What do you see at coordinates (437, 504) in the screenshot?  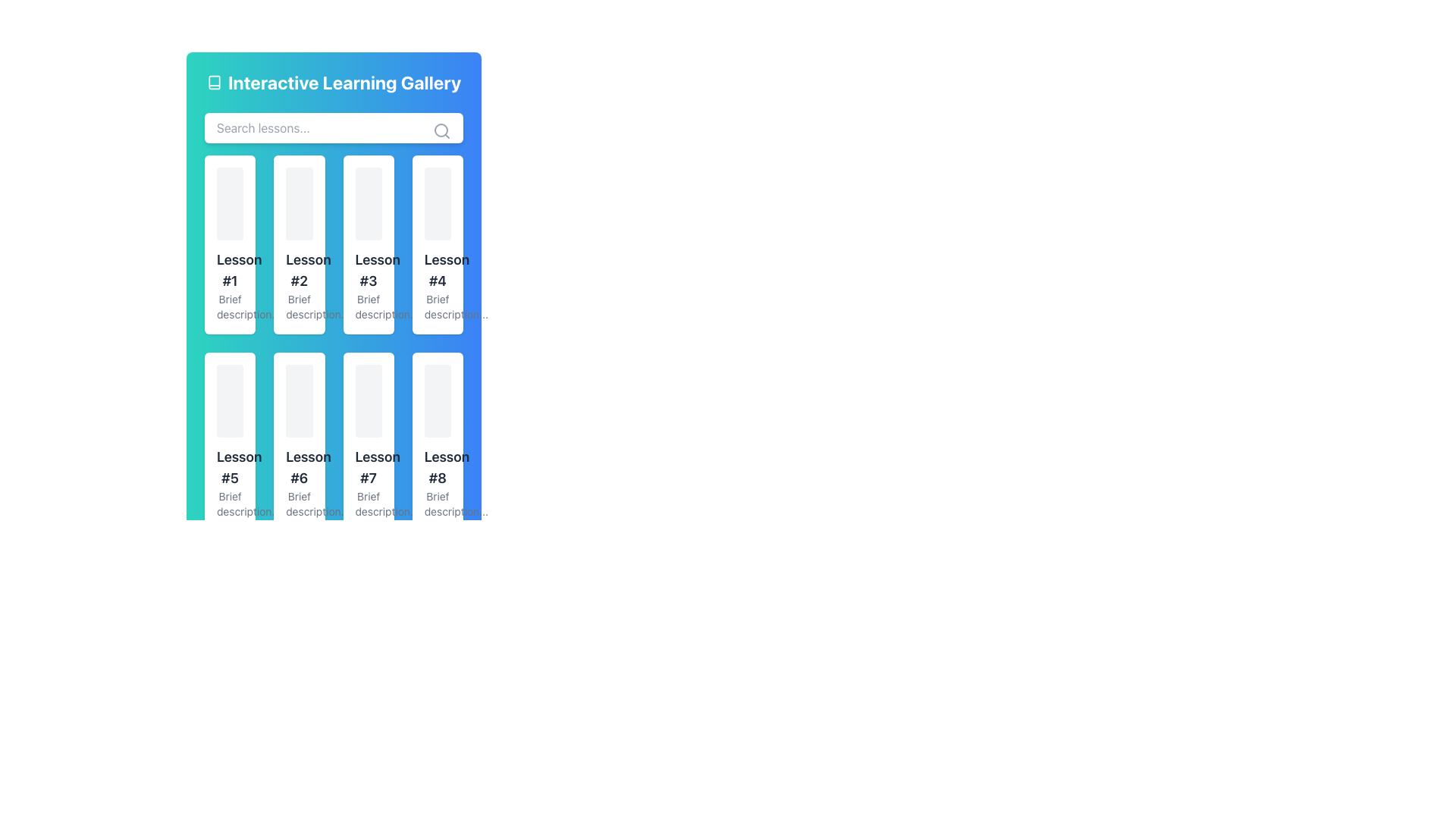 I see `text from the small text label containing the phrase 'Brief description...' styled in gray font, positioned below the title 'Lesson #8'` at bounding box center [437, 504].